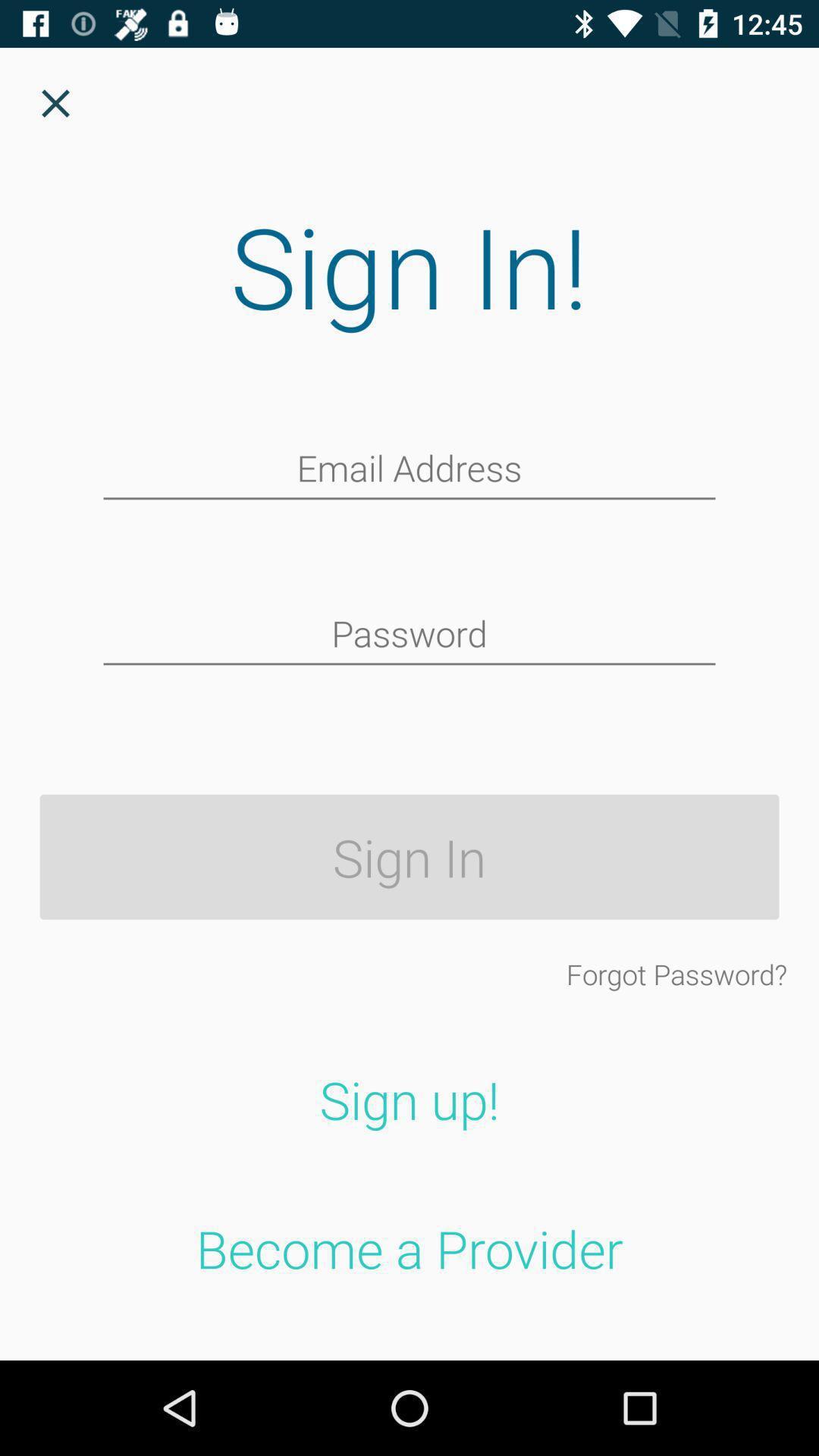  Describe the element at coordinates (409, 635) in the screenshot. I see `type password` at that location.